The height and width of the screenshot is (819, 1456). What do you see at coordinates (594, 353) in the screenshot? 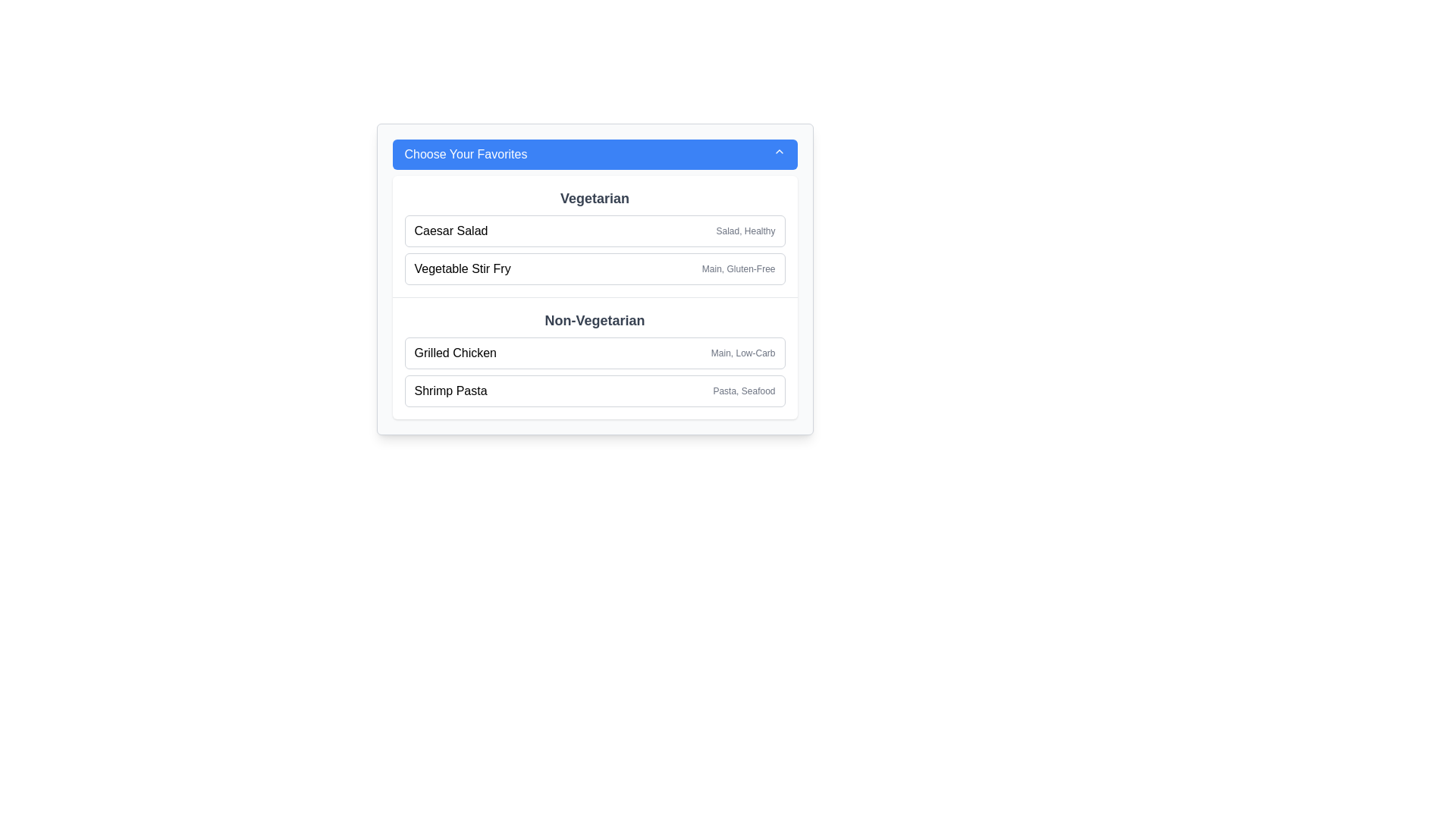
I see `the first interactive list item under the 'Non-Vegetarian' category, which provides information about a dish, likely for menu selection` at bounding box center [594, 353].